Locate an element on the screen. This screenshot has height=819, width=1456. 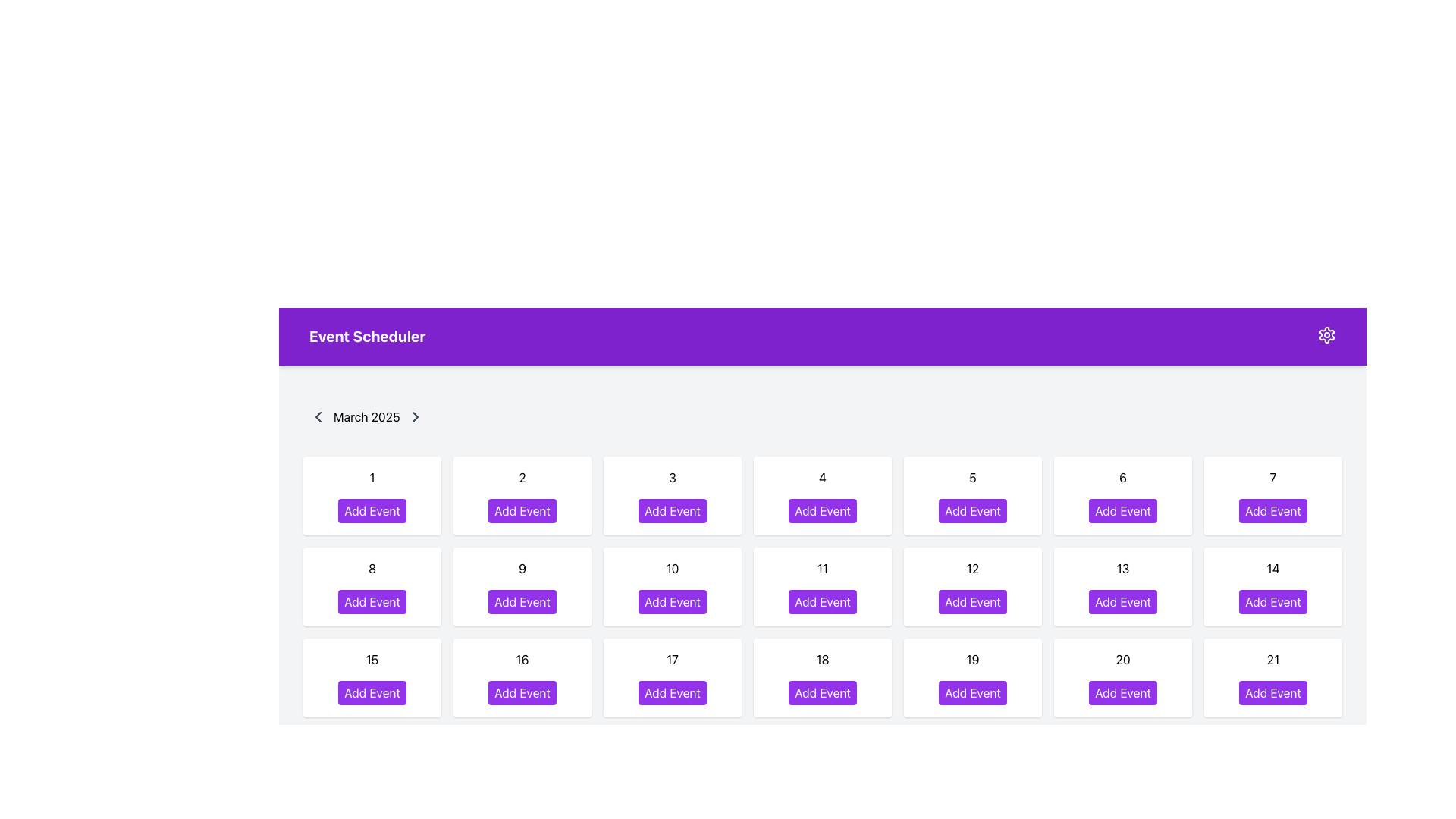
the 'Add Event' button, which is a rectangular button with rounded corners, purple background, and white text, located in the calendar grid for the day labeled '16' in the Event Scheduler interface is located at coordinates (522, 693).